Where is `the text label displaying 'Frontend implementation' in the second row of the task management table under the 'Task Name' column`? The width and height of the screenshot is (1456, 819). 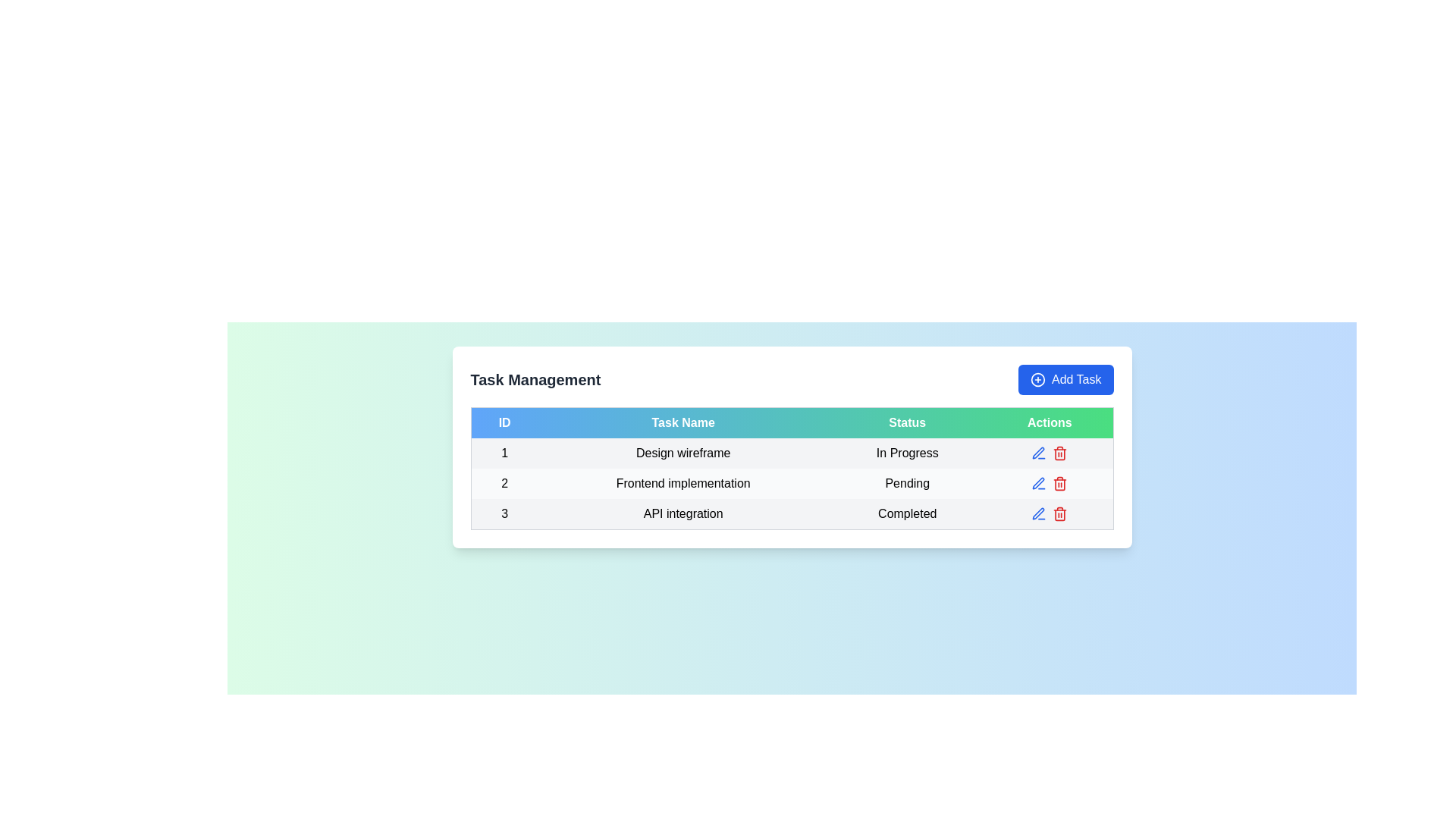 the text label displaying 'Frontend implementation' in the second row of the task management table under the 'Task Name' column is located at coordinates (682, 483).